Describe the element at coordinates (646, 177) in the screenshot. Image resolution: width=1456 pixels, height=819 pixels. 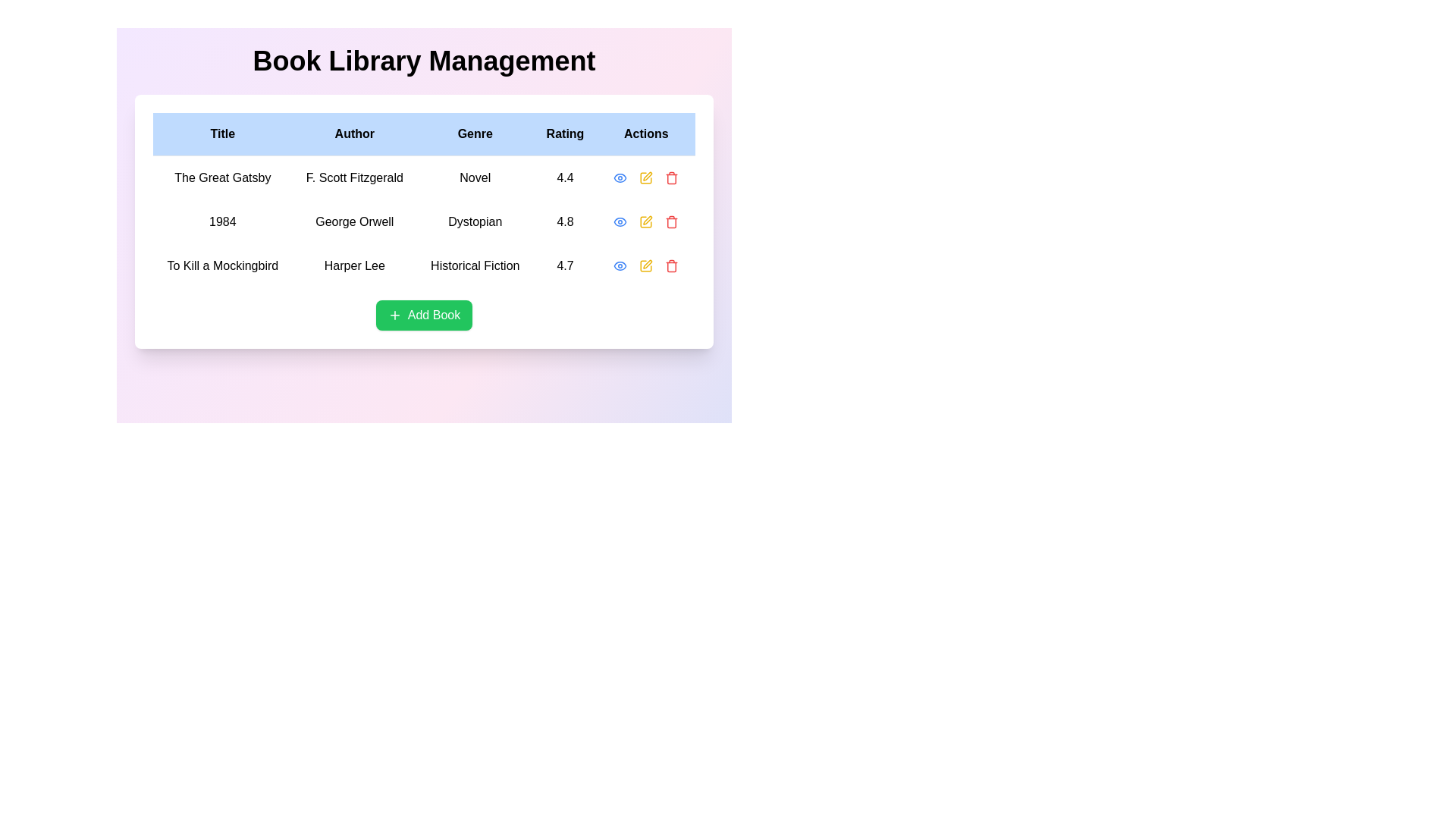
I see `the small yellow edit icon located in the 'Actions' column of the first row of the table for accessibility actions` at that location.